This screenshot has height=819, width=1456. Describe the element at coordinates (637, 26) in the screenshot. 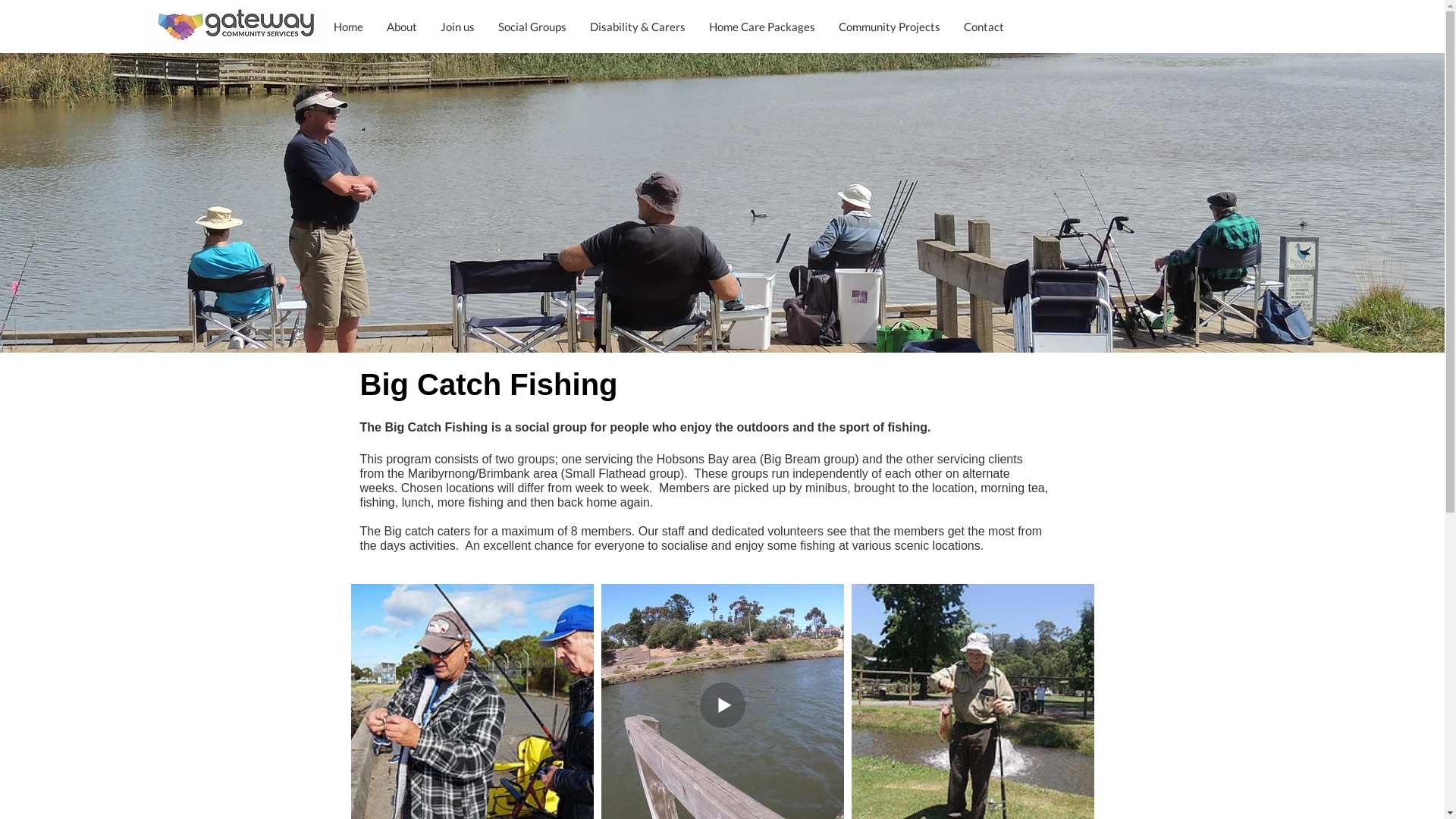

I see `'Disability & Carers'` at that location.